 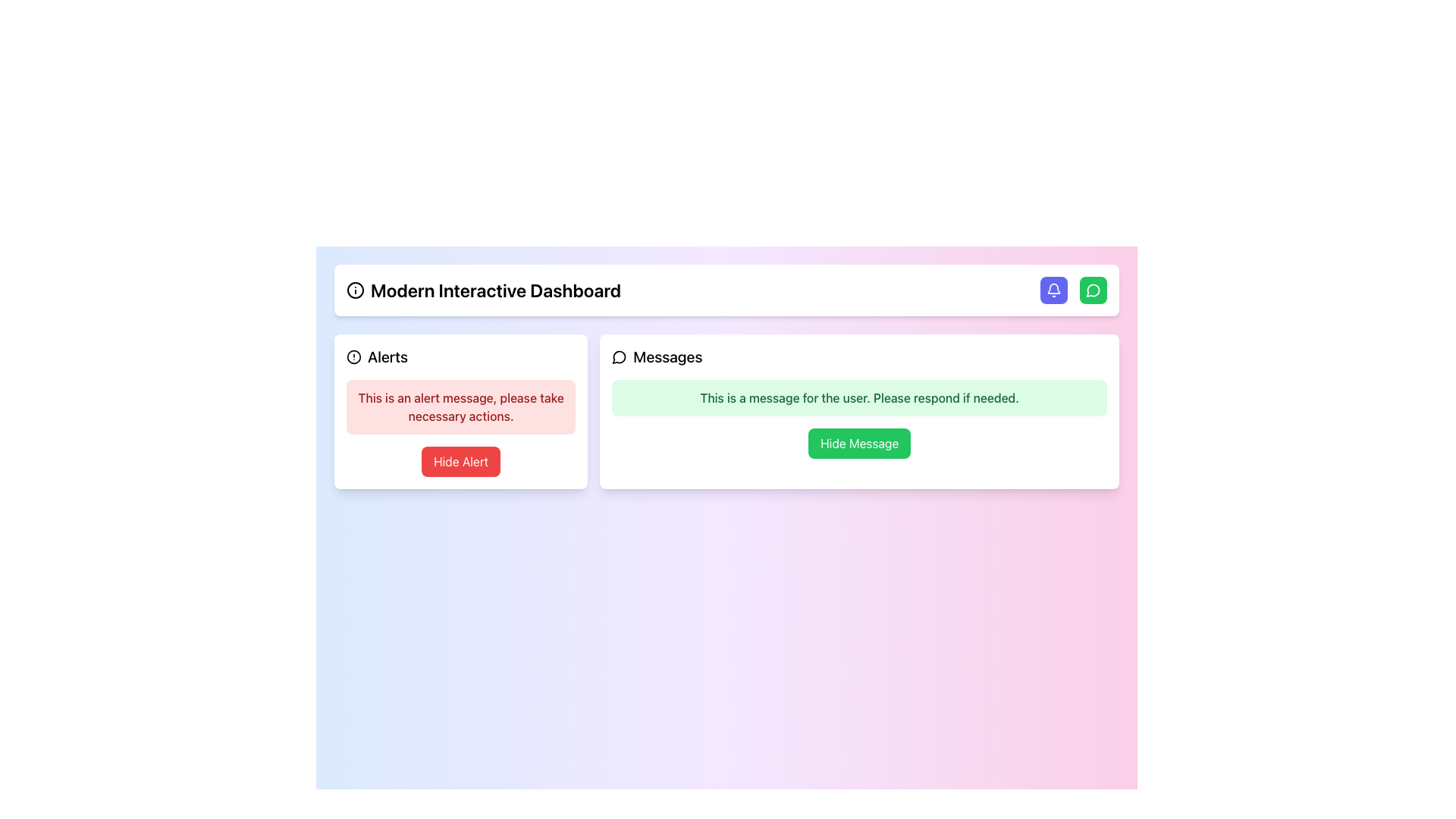 I want to click on the alert warning SVG icon located at the top left corner of the 'Alerts' card, next to the title 'Alerts', so click(x=353, y=356).